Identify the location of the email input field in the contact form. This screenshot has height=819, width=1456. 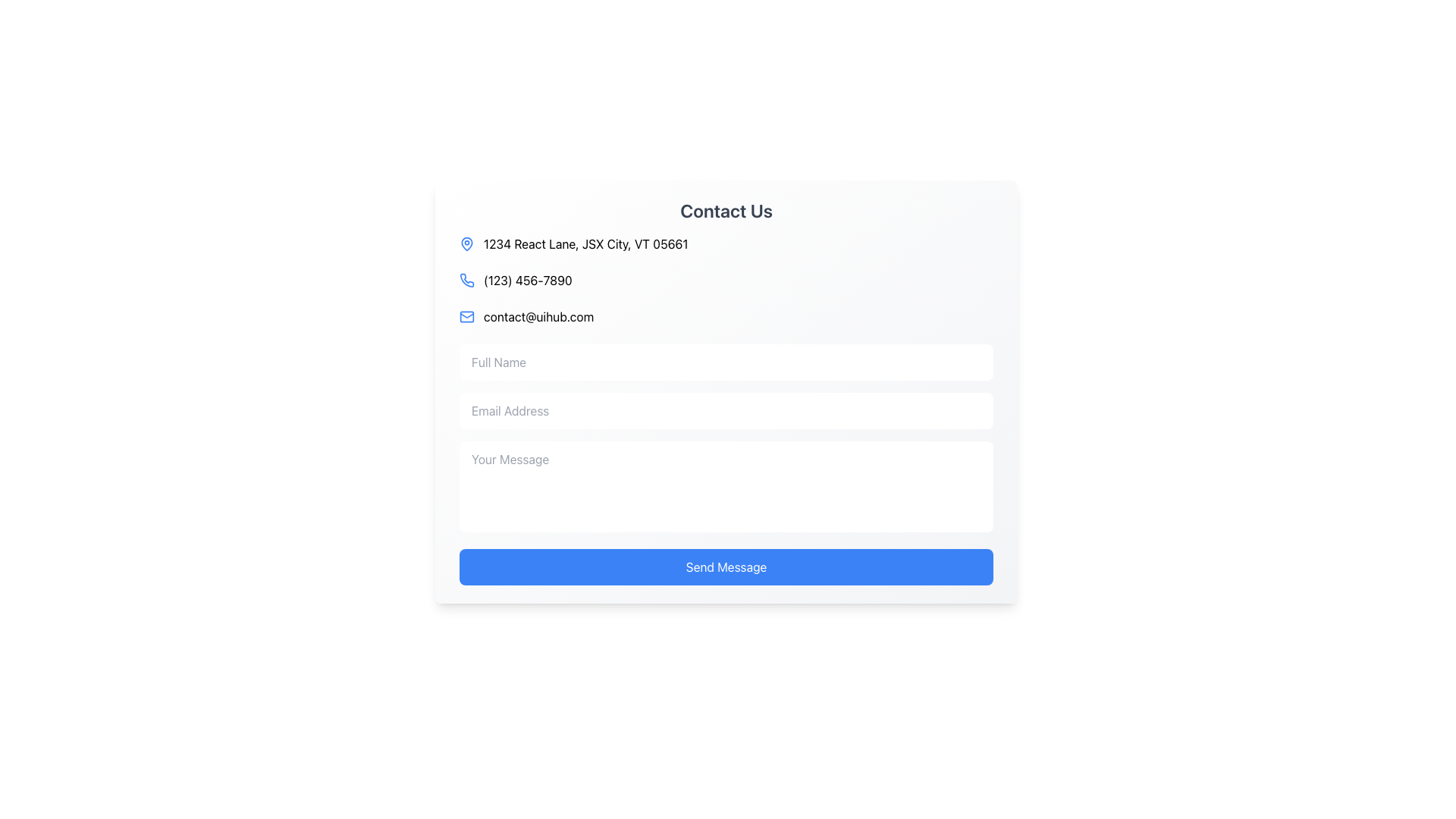
(726, 411).